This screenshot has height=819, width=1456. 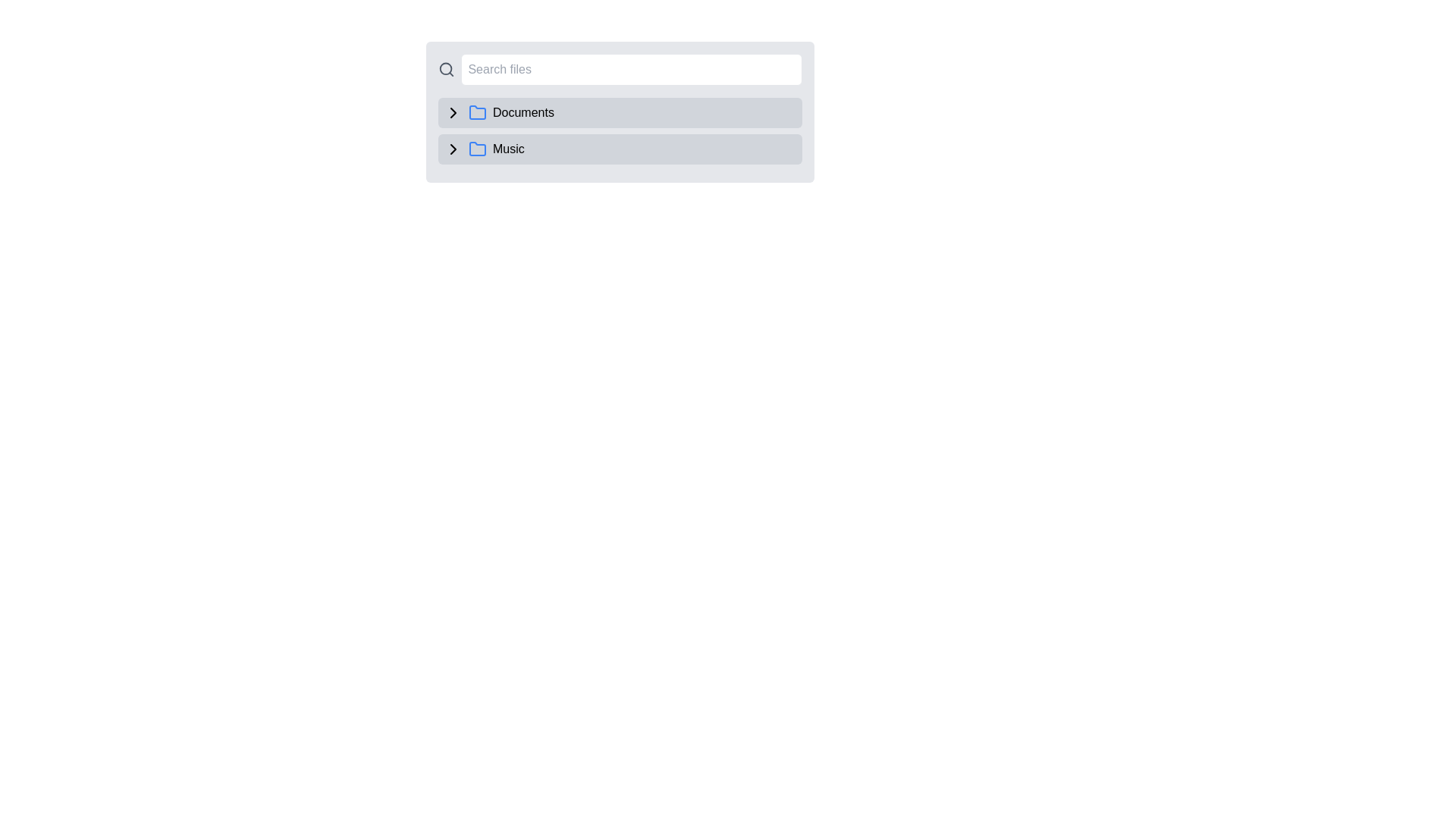 What do you see at coordinates (453, 112) in the screenshot?
I see `the right-pointing chevron toggle icon located on the left edge of the 'Documents' folder item` at bounding box center [453, 112].